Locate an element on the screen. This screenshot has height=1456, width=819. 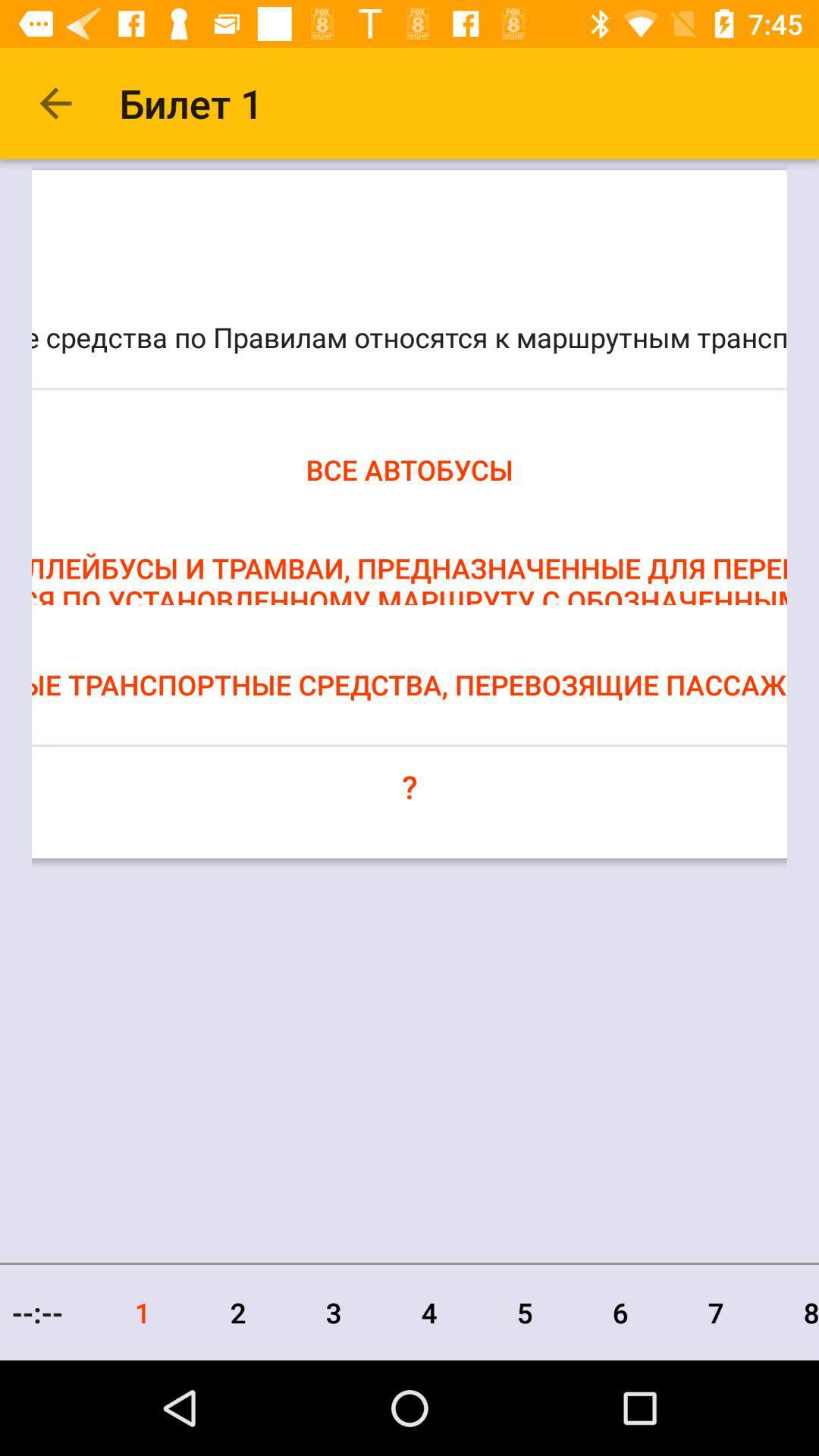
6 icon is located at coordinates (620, 1312).